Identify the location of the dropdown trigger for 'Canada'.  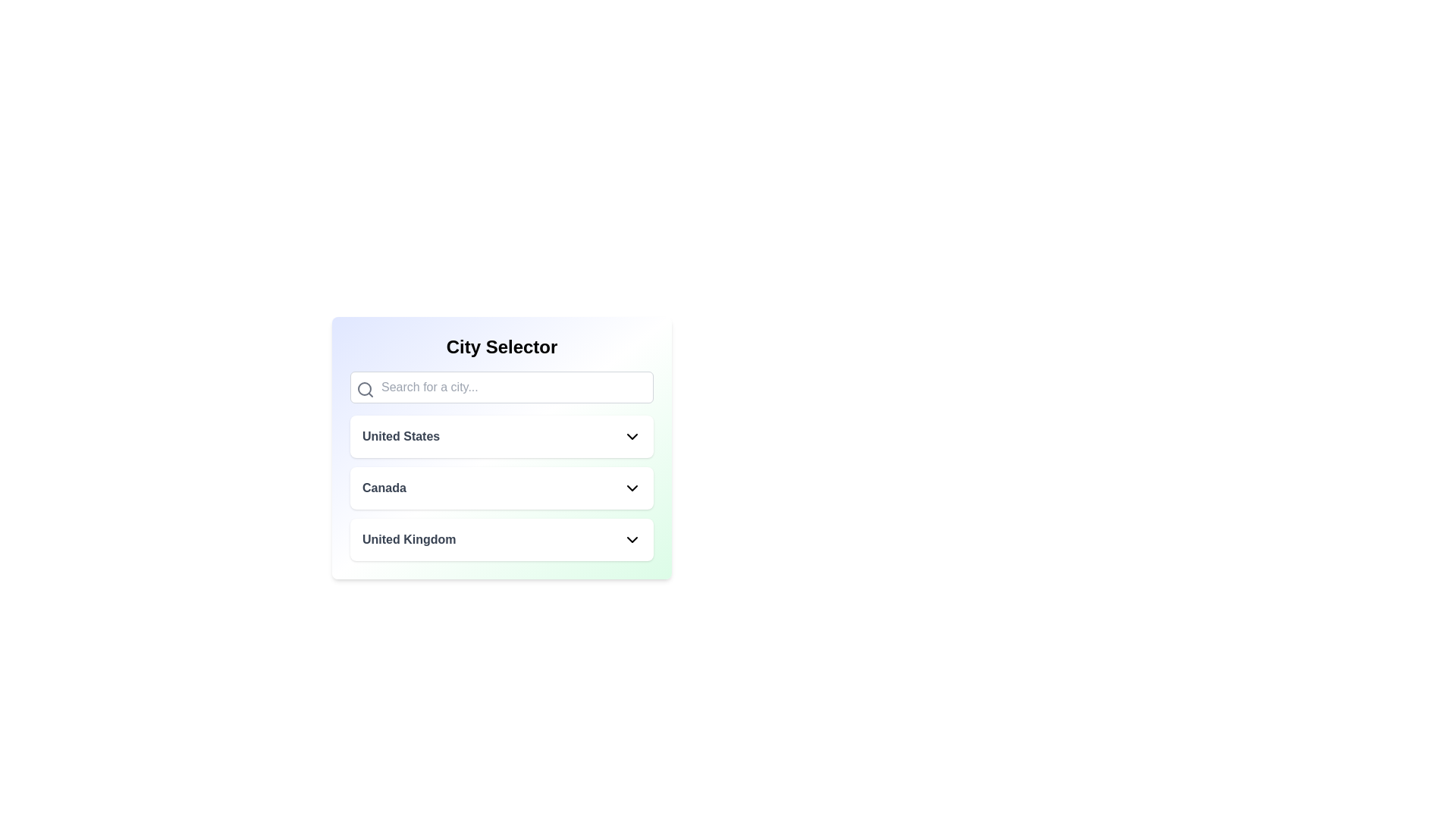
(502, 488).